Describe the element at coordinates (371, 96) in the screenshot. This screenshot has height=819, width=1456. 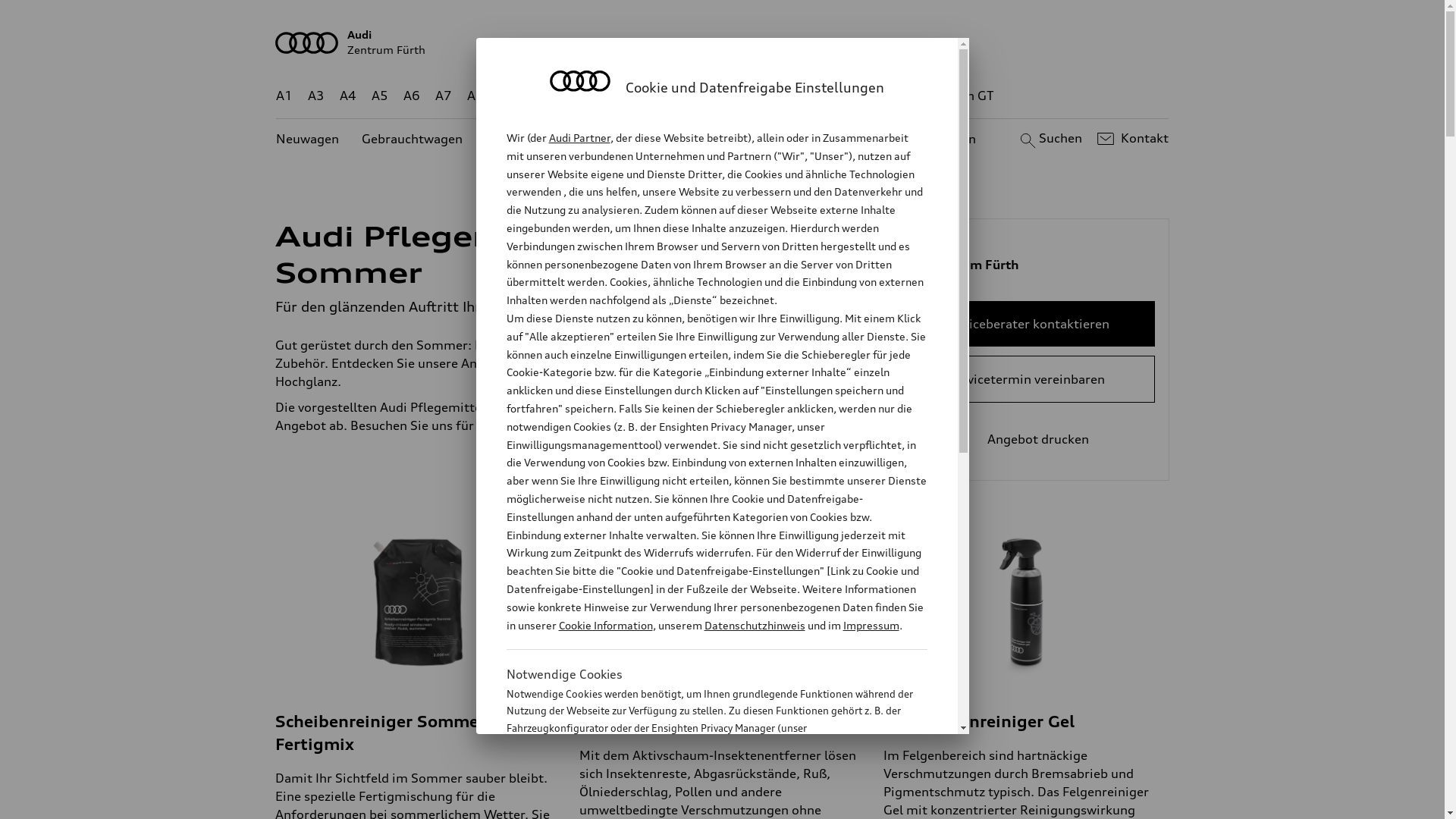
I see `'A5'` at that location.